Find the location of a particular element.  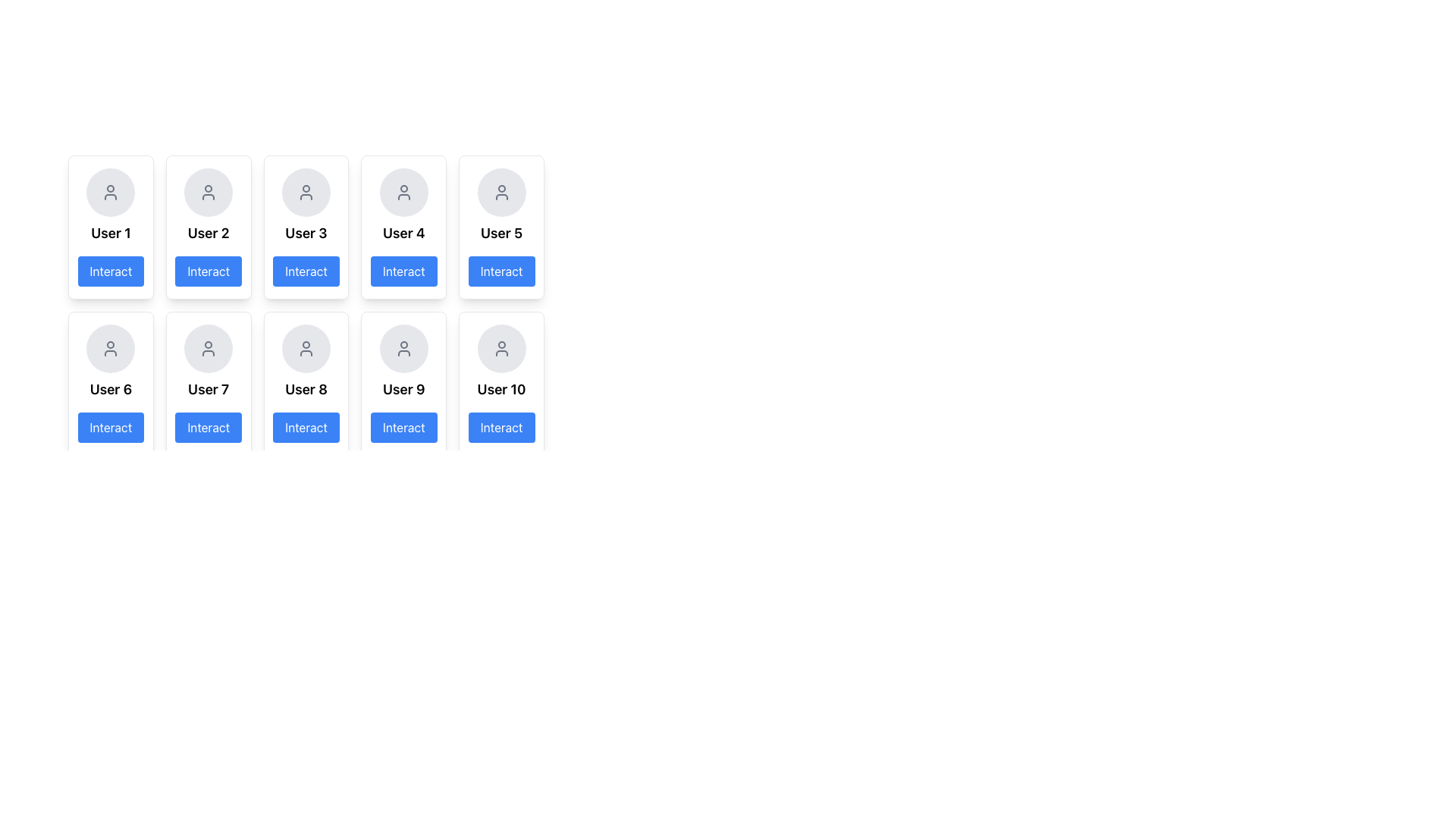

the Static text label displaying 'User 2', which is positioned below a user icon and above the 'Interact' button in the second card of the top row in the grid of user cards is located at coordinates (208, 234).